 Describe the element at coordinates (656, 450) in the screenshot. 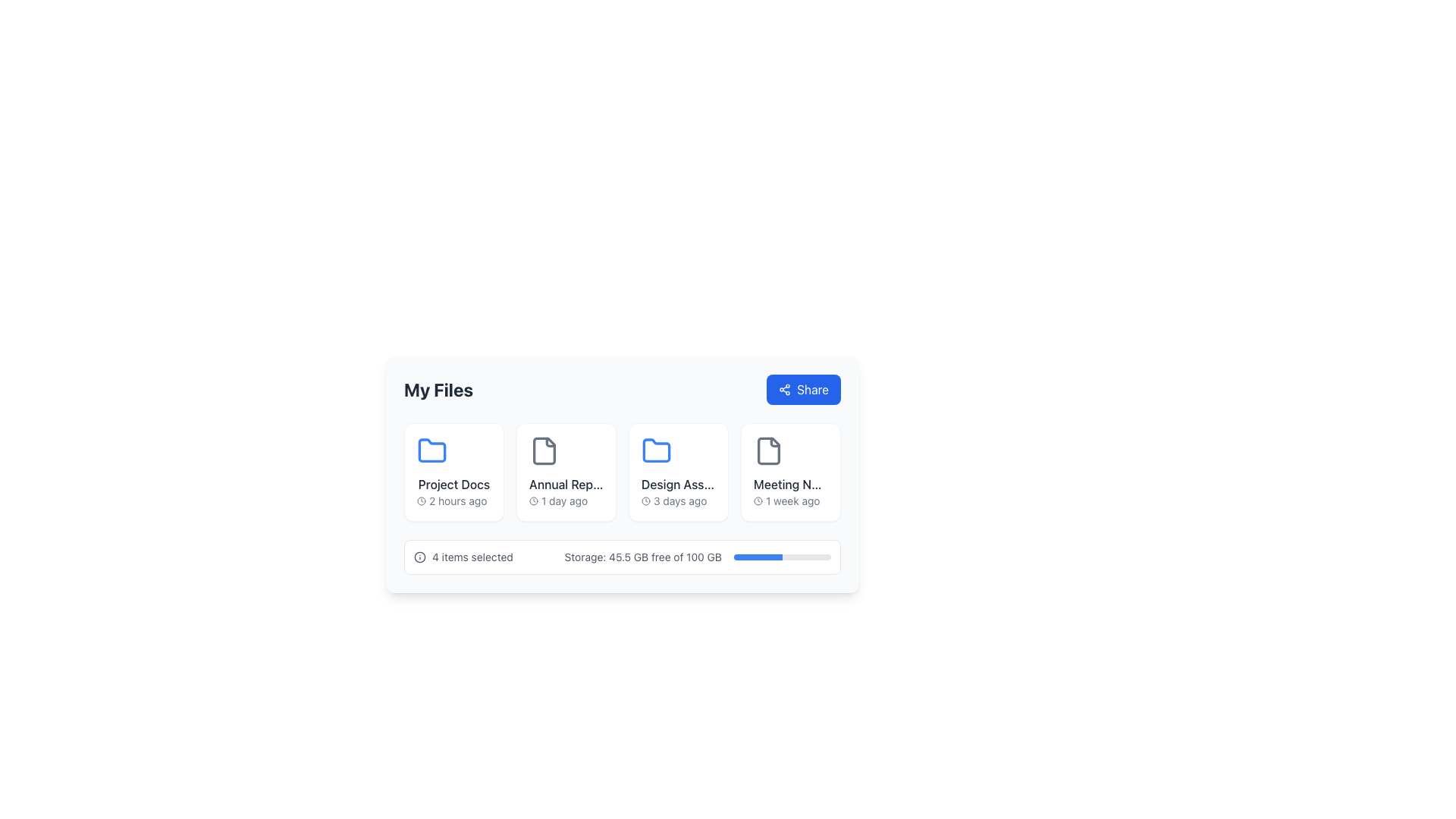

I see `the folder icon, which represents the design assets and is located in the 'My Files' section` at that location.